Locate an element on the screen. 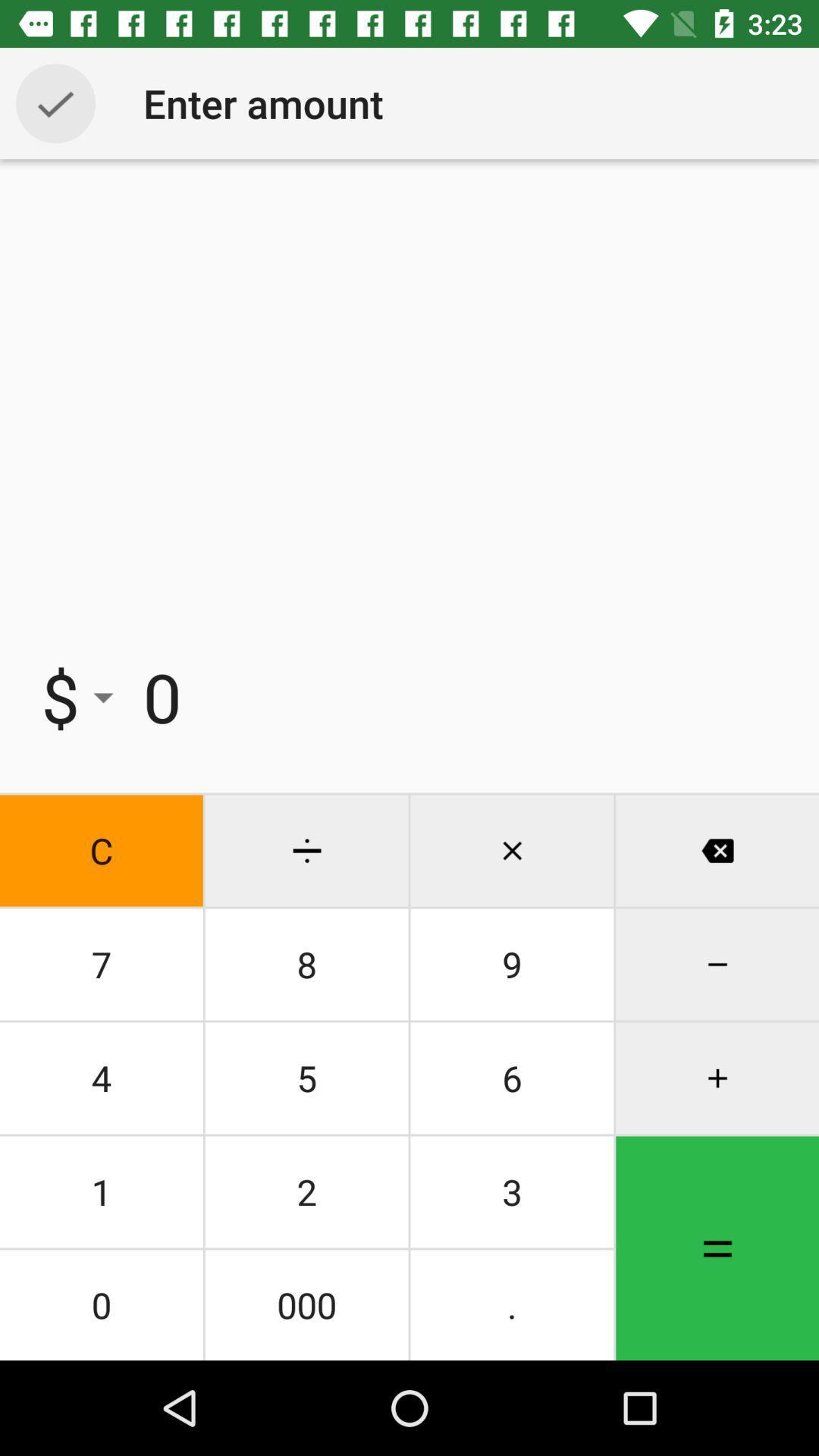  the 3 is located at coordinates (512, 1191).